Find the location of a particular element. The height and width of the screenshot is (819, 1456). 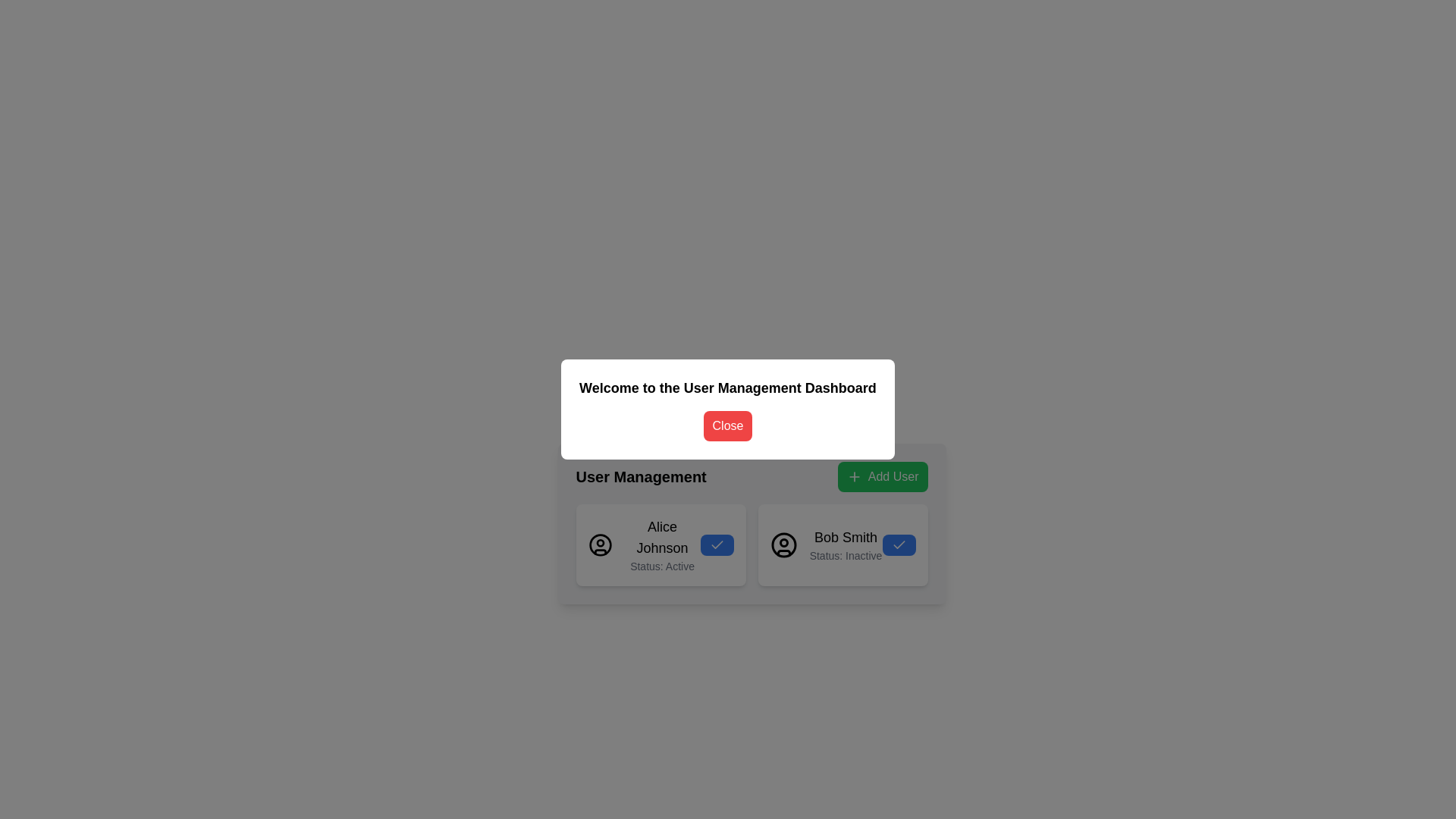

the User Card with Action Button, which is the second card in the User Management section is located at coordinates (842, 544).